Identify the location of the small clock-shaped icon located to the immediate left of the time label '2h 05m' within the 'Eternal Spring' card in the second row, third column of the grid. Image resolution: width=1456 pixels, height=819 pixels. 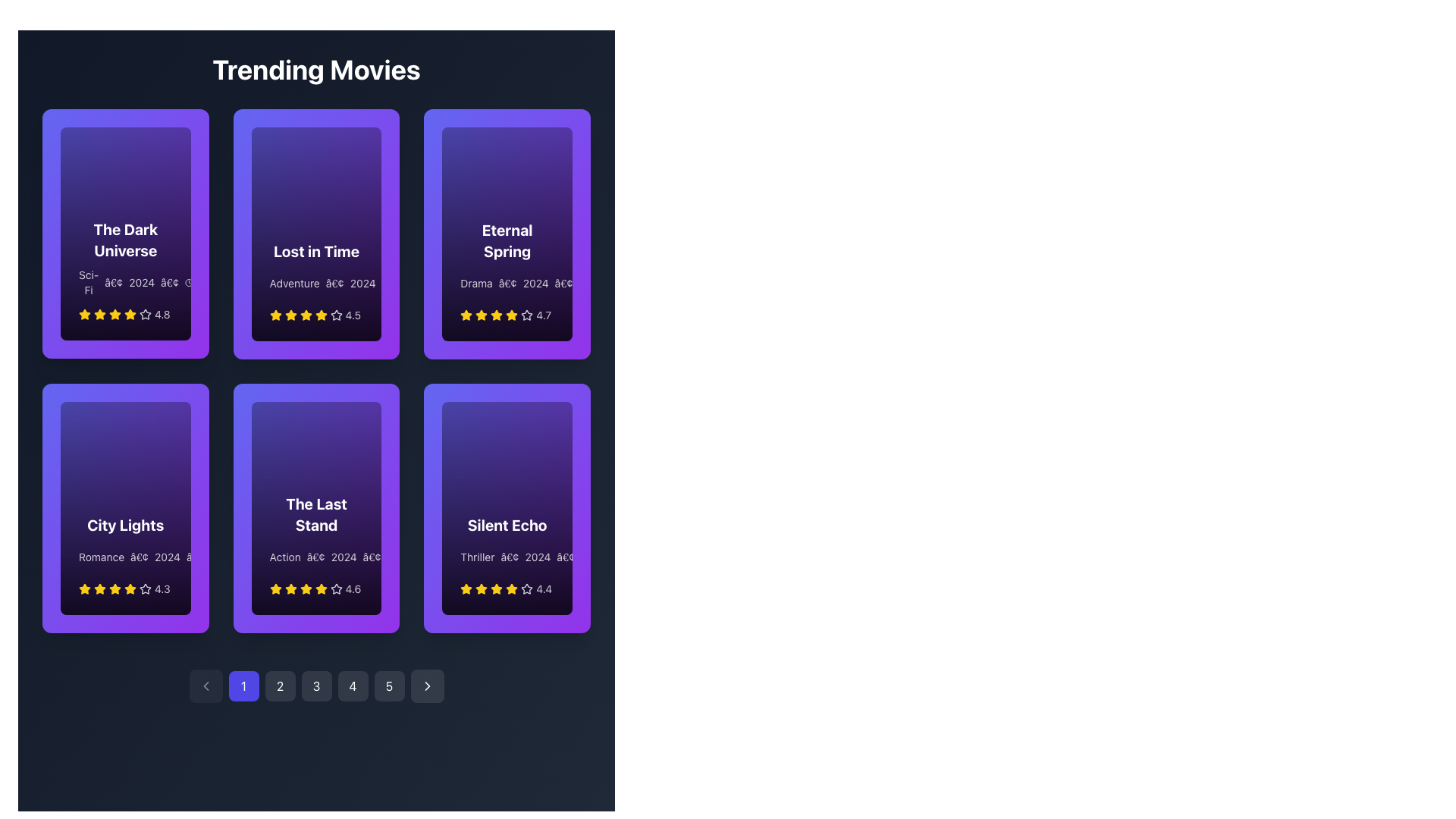
(582, 283).